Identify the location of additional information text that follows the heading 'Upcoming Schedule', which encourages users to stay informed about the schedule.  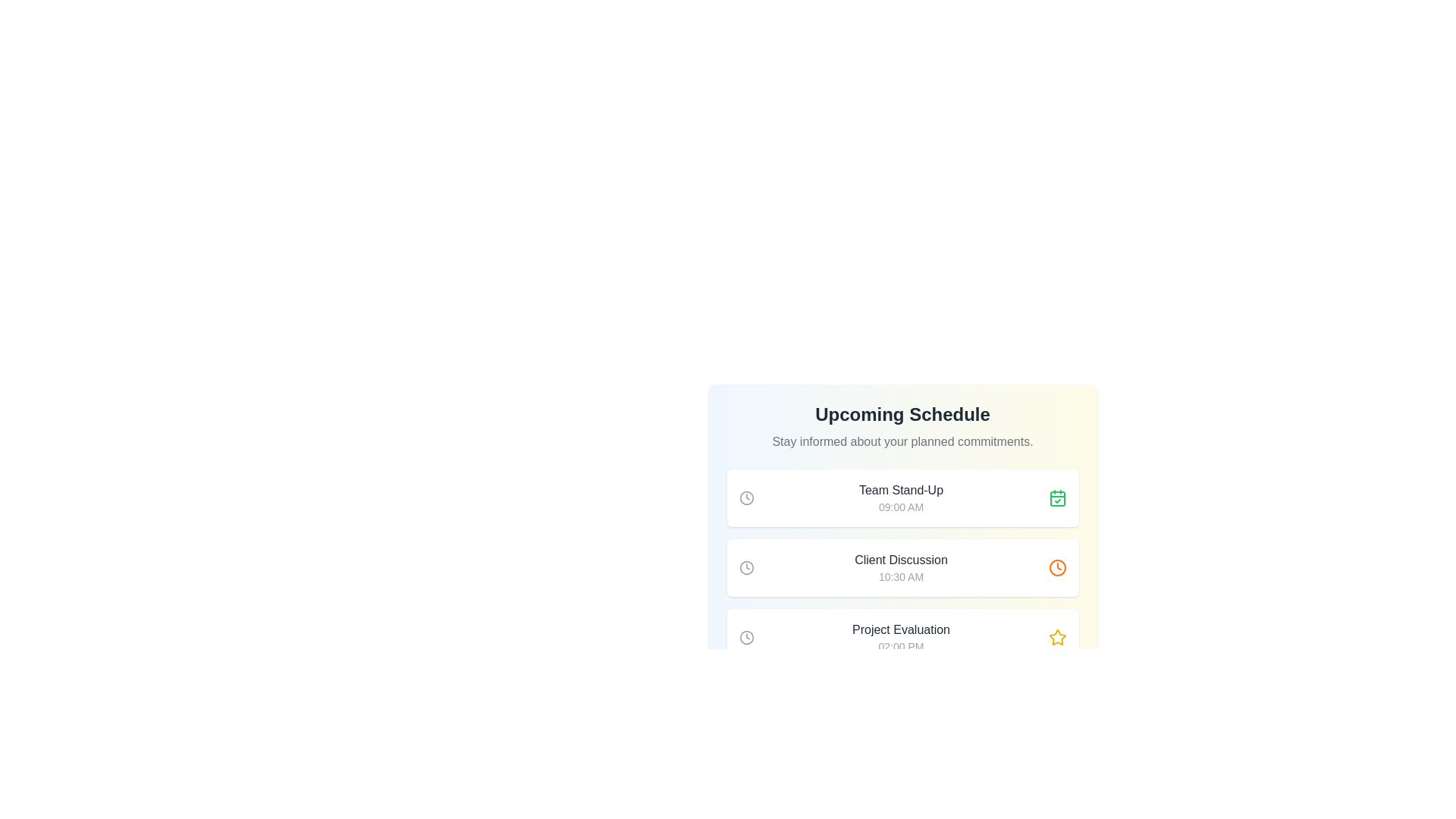
(902, 441).